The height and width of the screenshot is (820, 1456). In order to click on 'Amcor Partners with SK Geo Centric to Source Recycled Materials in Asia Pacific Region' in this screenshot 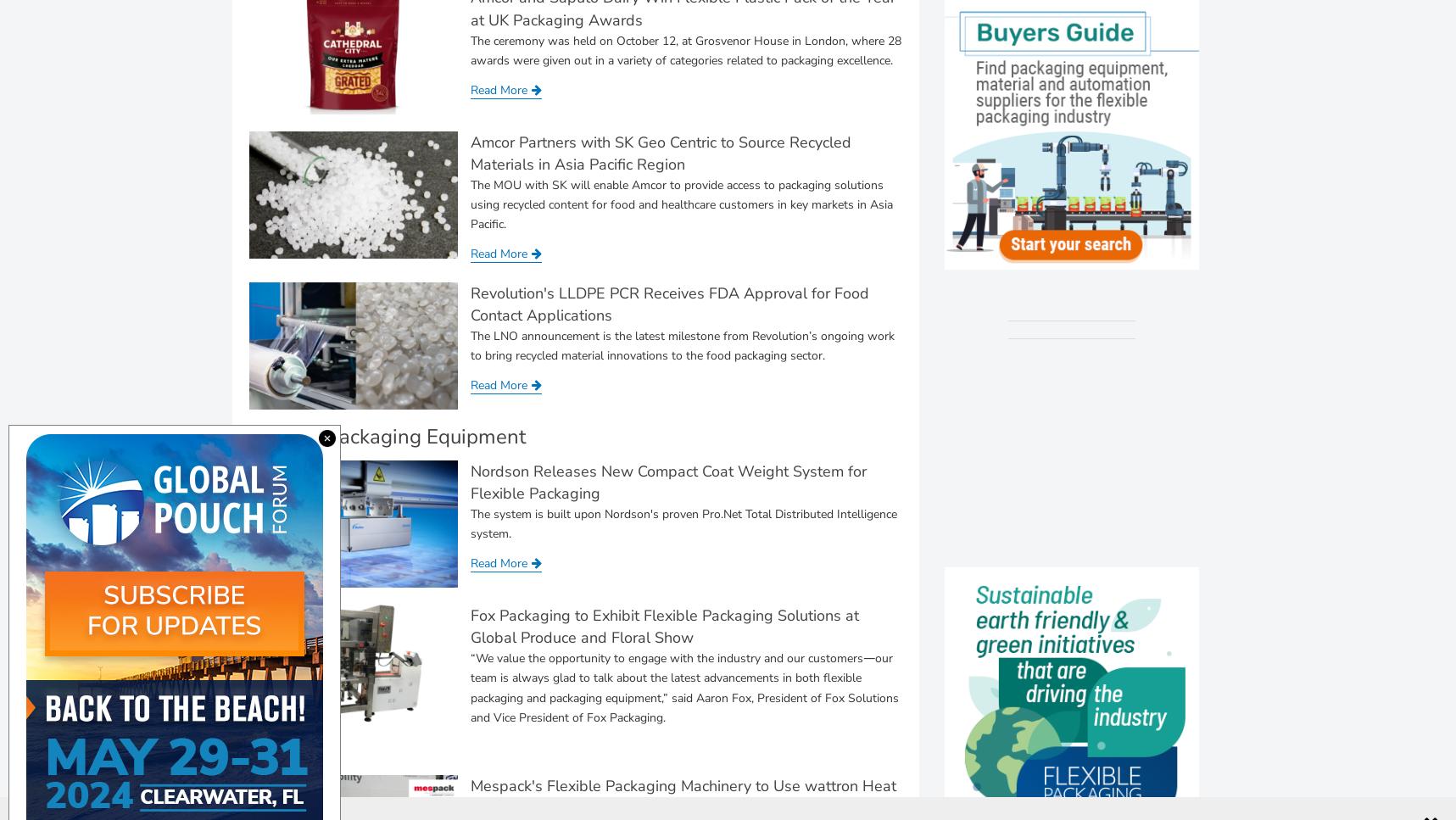, I will do `click(660, 152)`.